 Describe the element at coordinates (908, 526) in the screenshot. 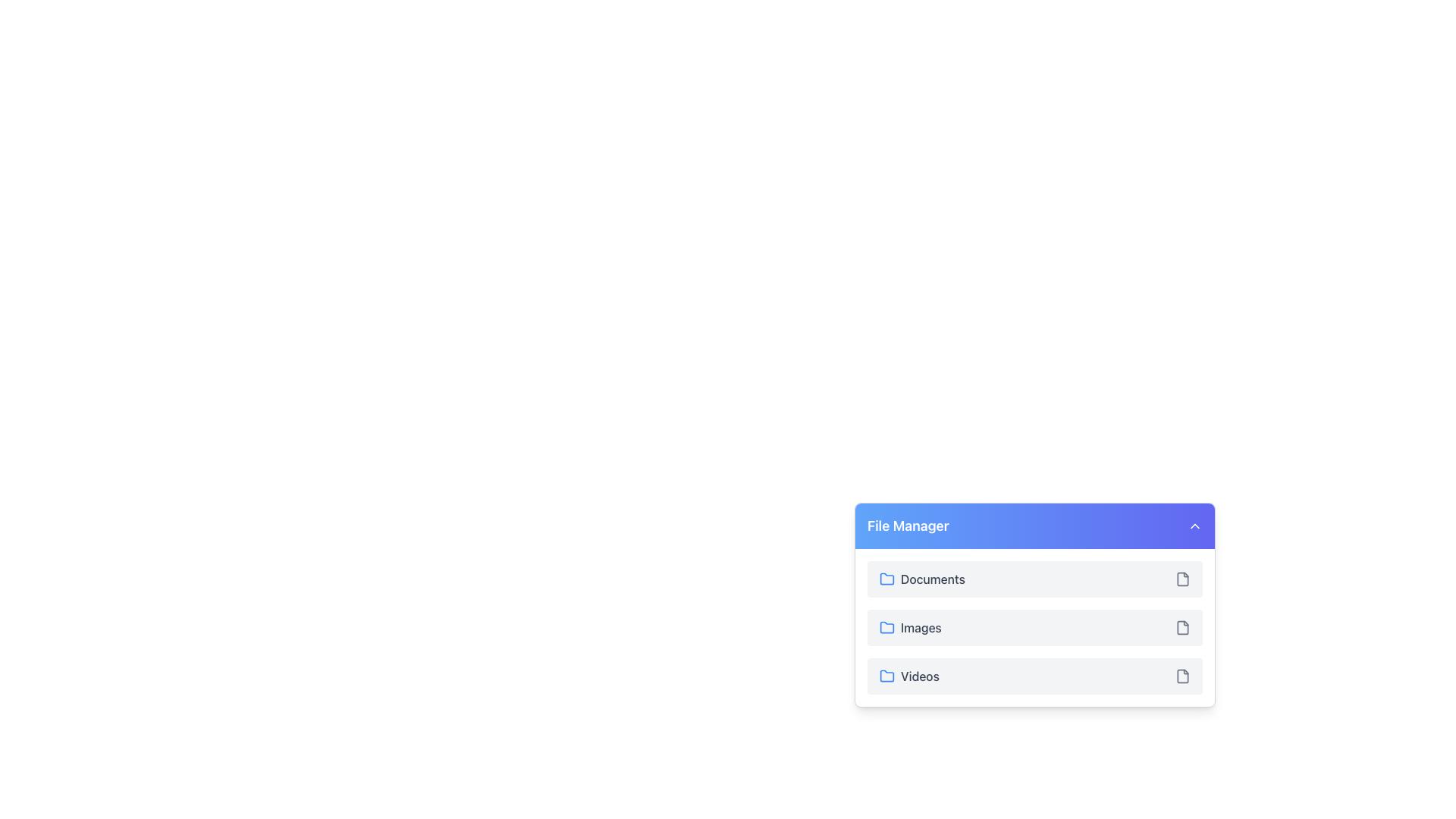

I see `text content of the 'File Manager' text label, which is styled with a bold, large font and located in the top-left corner of the header section with a blue gradient background` at that location.